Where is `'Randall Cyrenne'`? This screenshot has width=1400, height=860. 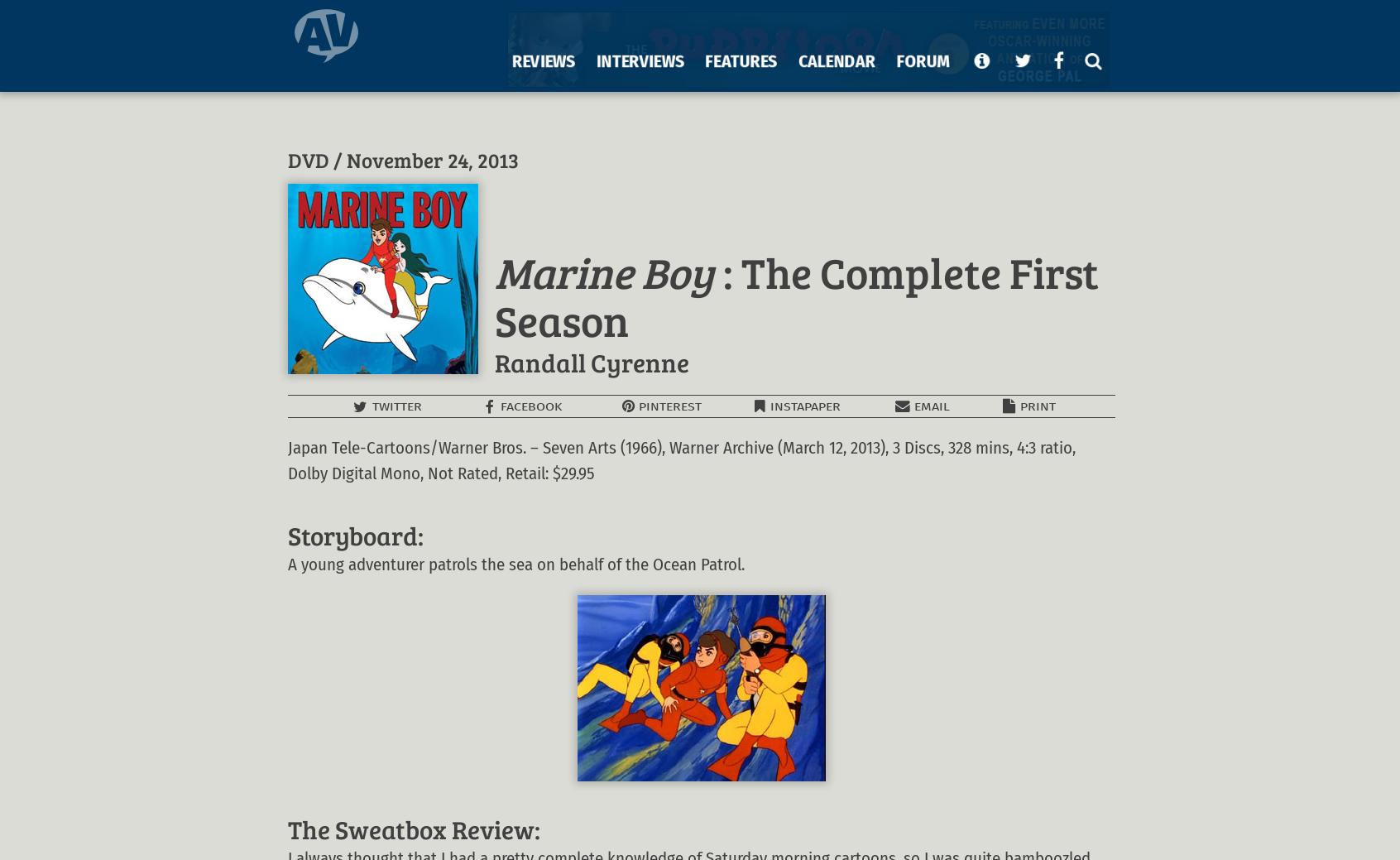 'Randall Cyrenne' is located at coordinates (591, 360).